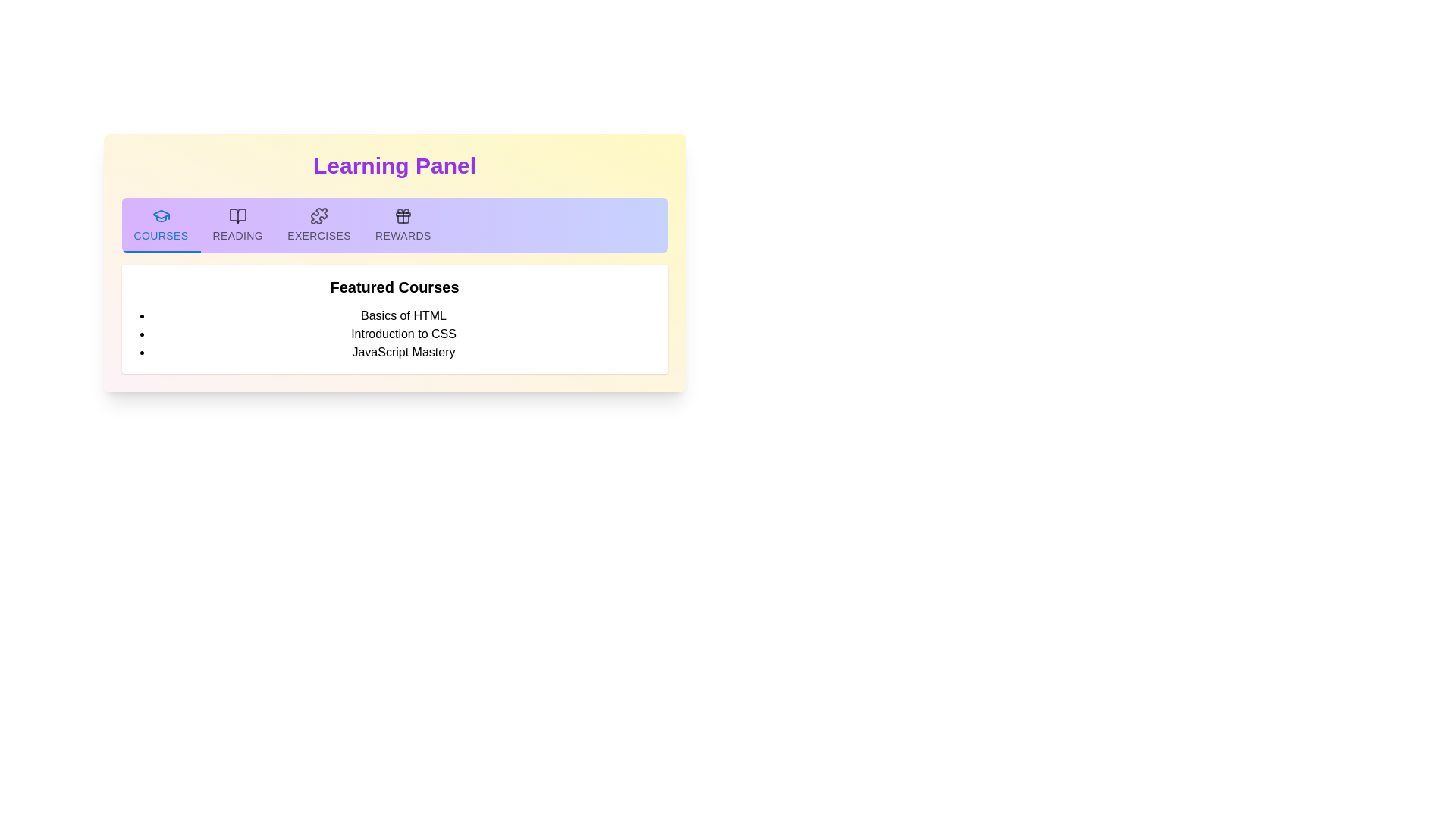 The height and width of the screenshot is (819, 1456). What do you see at coordinates (403, 315) in the screenshot?
I see `the 'Basics of HTML' course title in the course list` at bounding box center [403, 315].